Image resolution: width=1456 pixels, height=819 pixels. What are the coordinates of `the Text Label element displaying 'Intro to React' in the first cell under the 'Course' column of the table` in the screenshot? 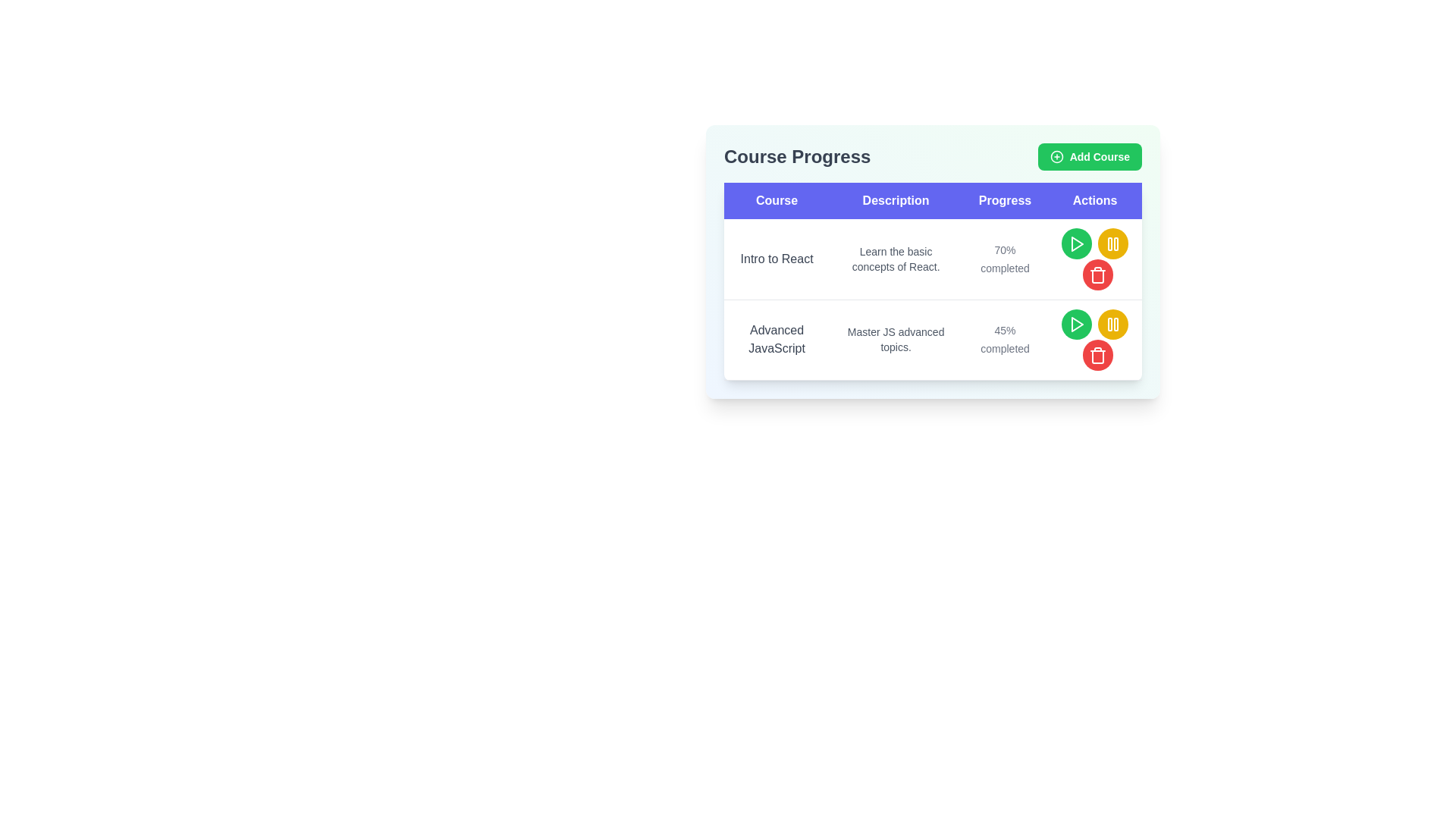 It's located at (777, 259).